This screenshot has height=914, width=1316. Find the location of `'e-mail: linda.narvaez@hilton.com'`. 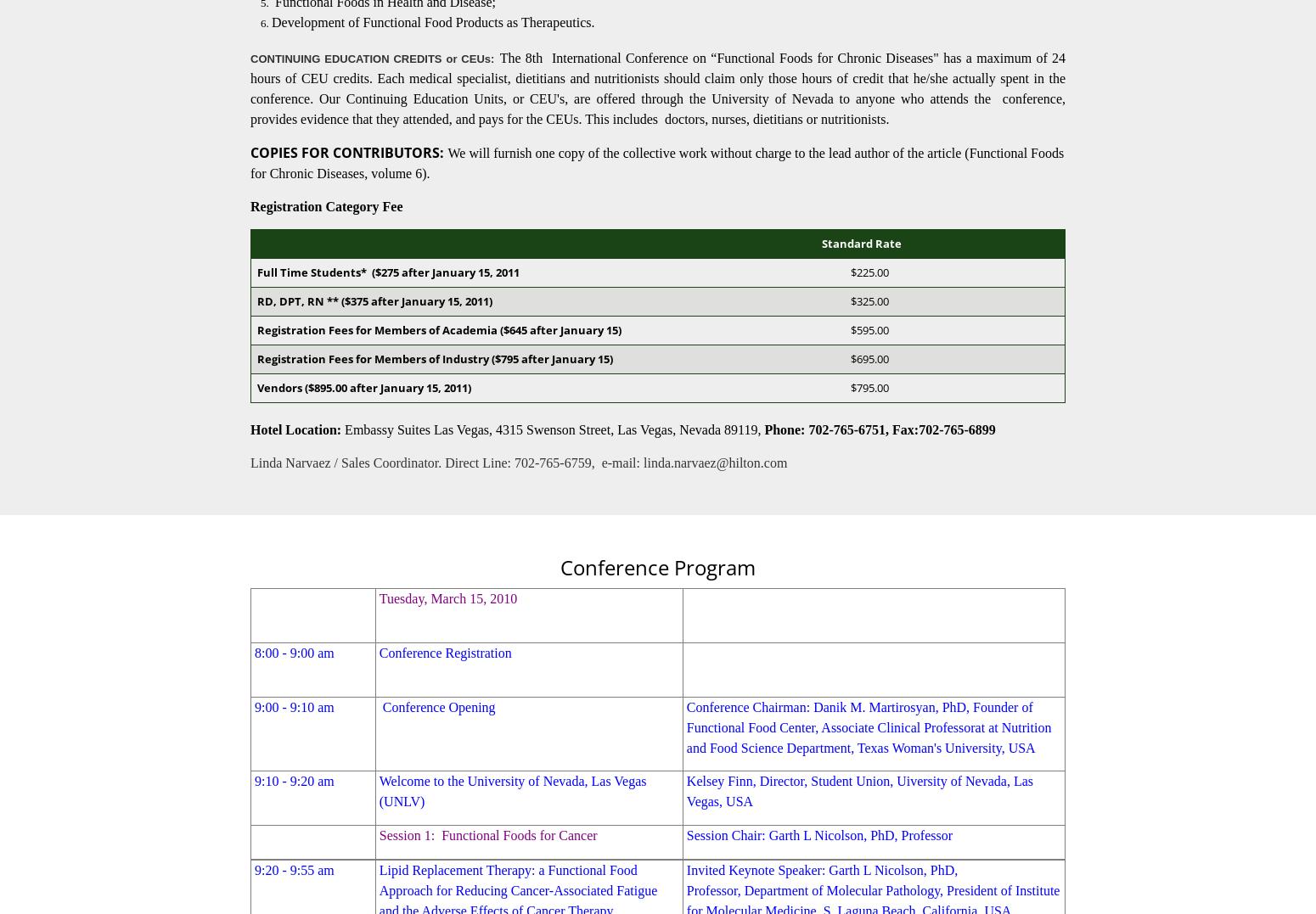

'e-mail: linda.narvaez@hilton.com' is located at coordinates (689, 462).